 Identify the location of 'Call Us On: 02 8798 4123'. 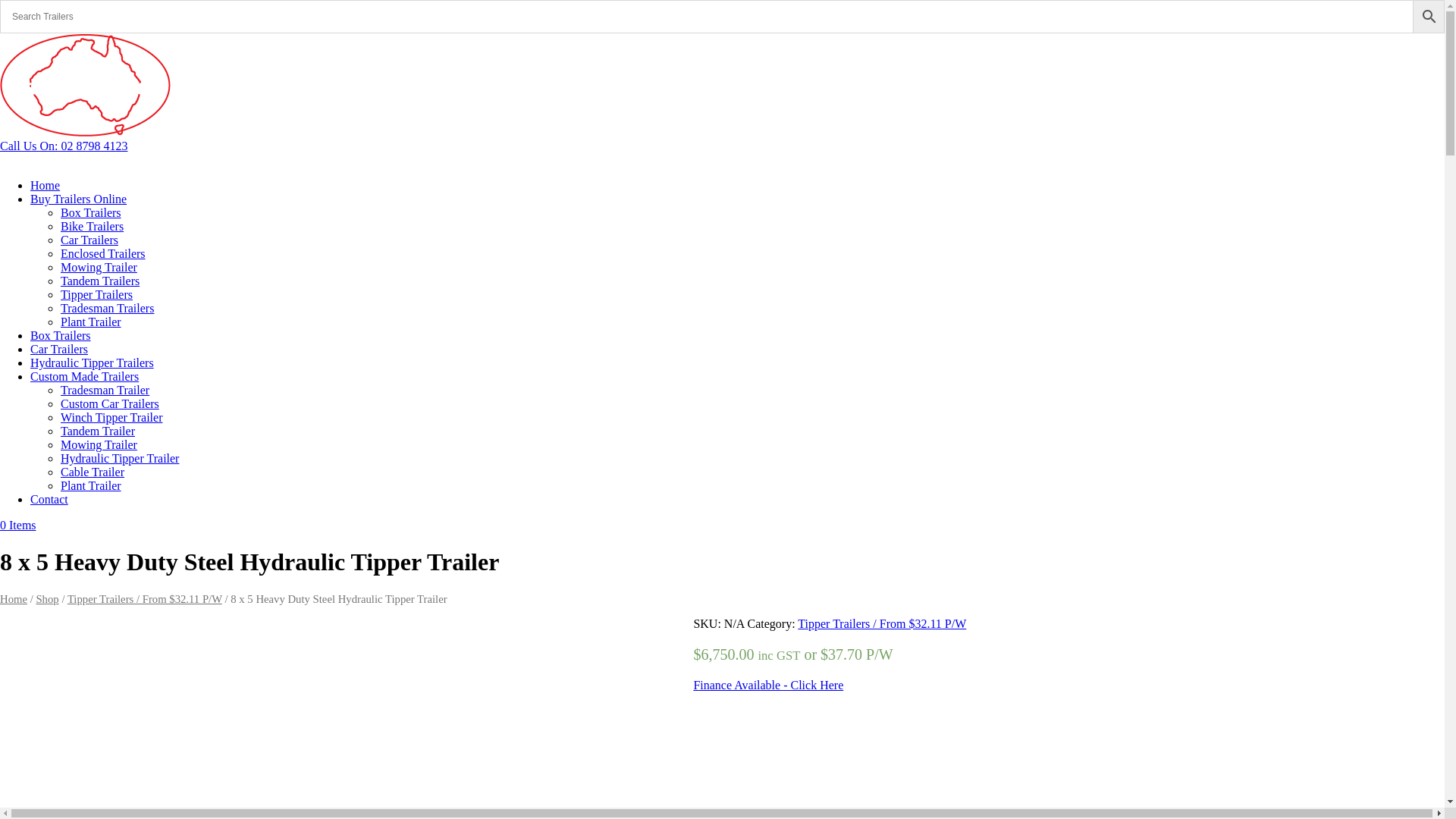
(62, 146).